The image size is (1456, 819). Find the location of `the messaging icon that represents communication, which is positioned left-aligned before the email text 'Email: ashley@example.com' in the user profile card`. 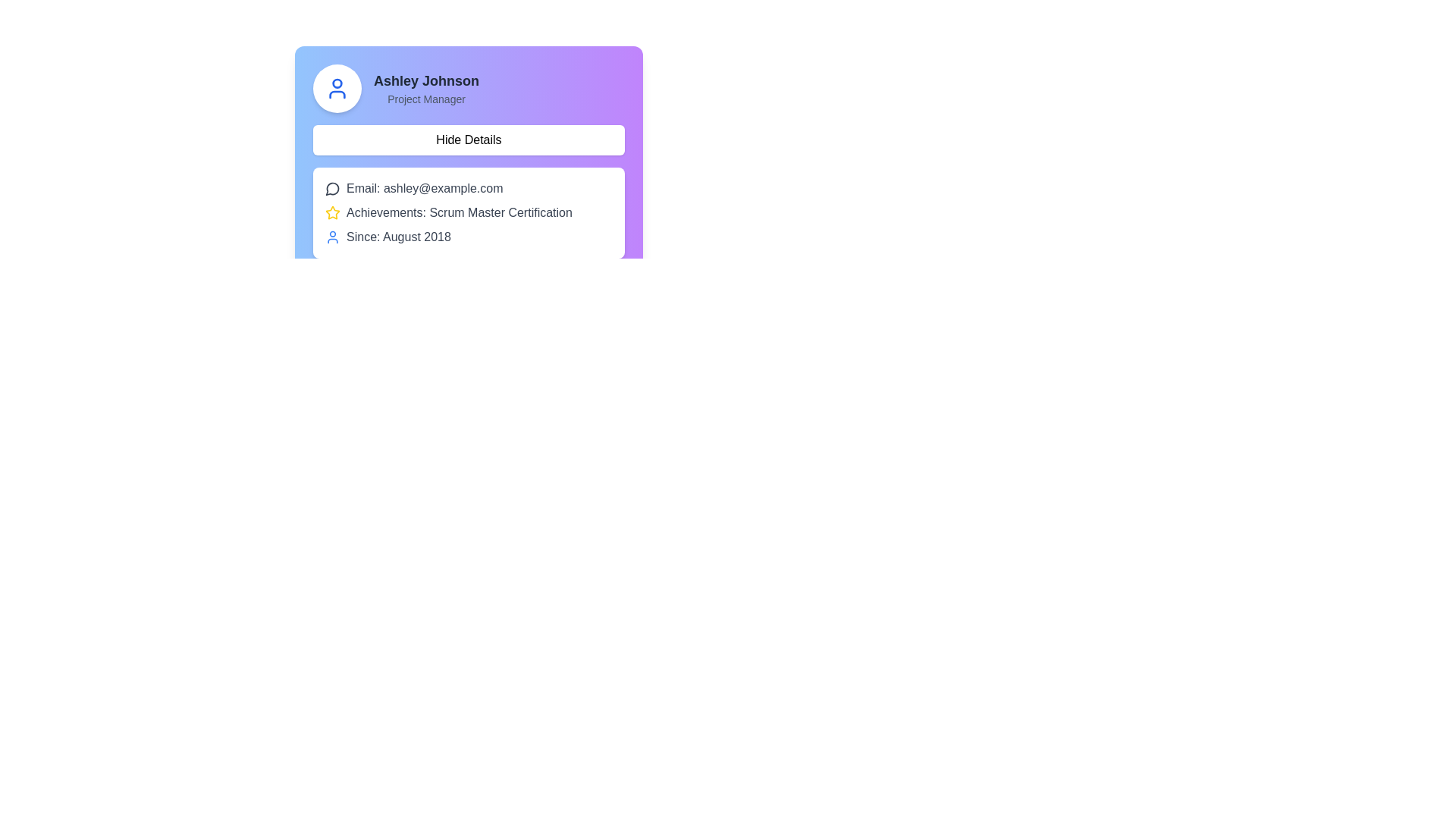

the messaging icon that represents communication, which is positioned left-aligned before the email text 'Email: ashley@example.com' in the user profile card is located at coordinates (331, 188).